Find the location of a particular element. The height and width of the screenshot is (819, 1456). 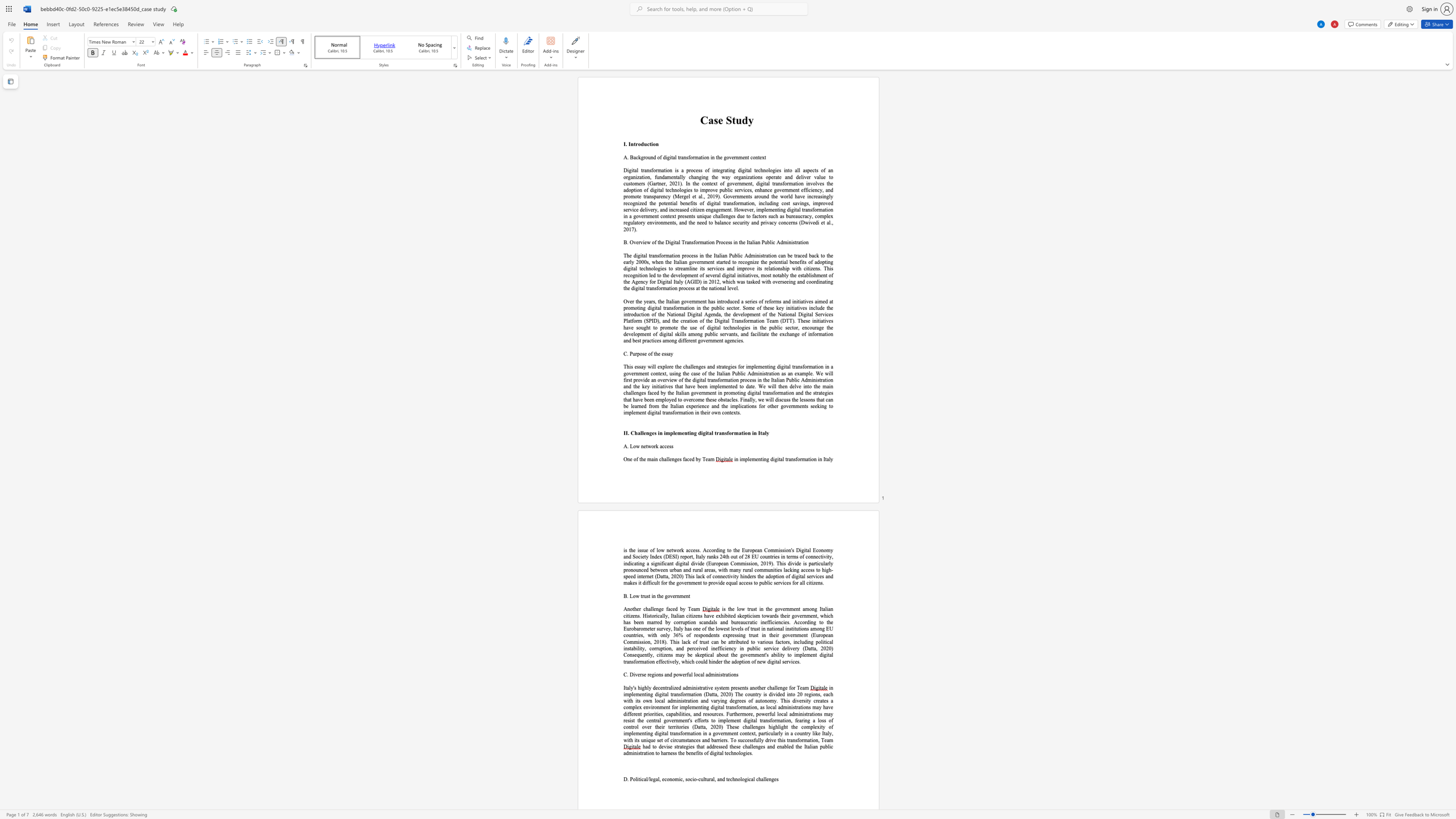

the subset text "gove" within the text "A. Background of digital transformation in the government context" is located at coordinates (723, 157).